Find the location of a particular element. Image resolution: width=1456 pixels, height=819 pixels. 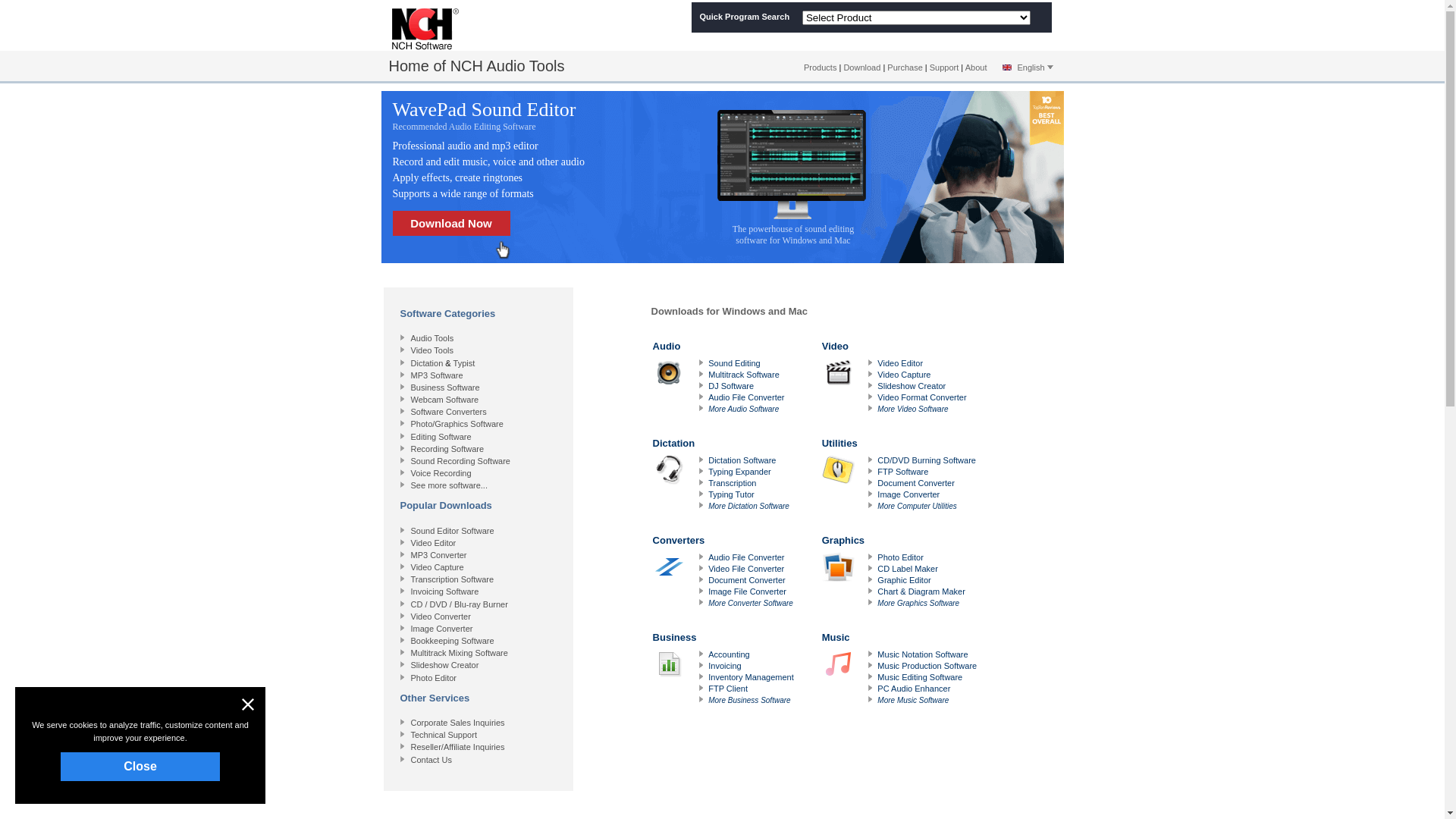

'Video Capture' is located at coordinates (903, 374).